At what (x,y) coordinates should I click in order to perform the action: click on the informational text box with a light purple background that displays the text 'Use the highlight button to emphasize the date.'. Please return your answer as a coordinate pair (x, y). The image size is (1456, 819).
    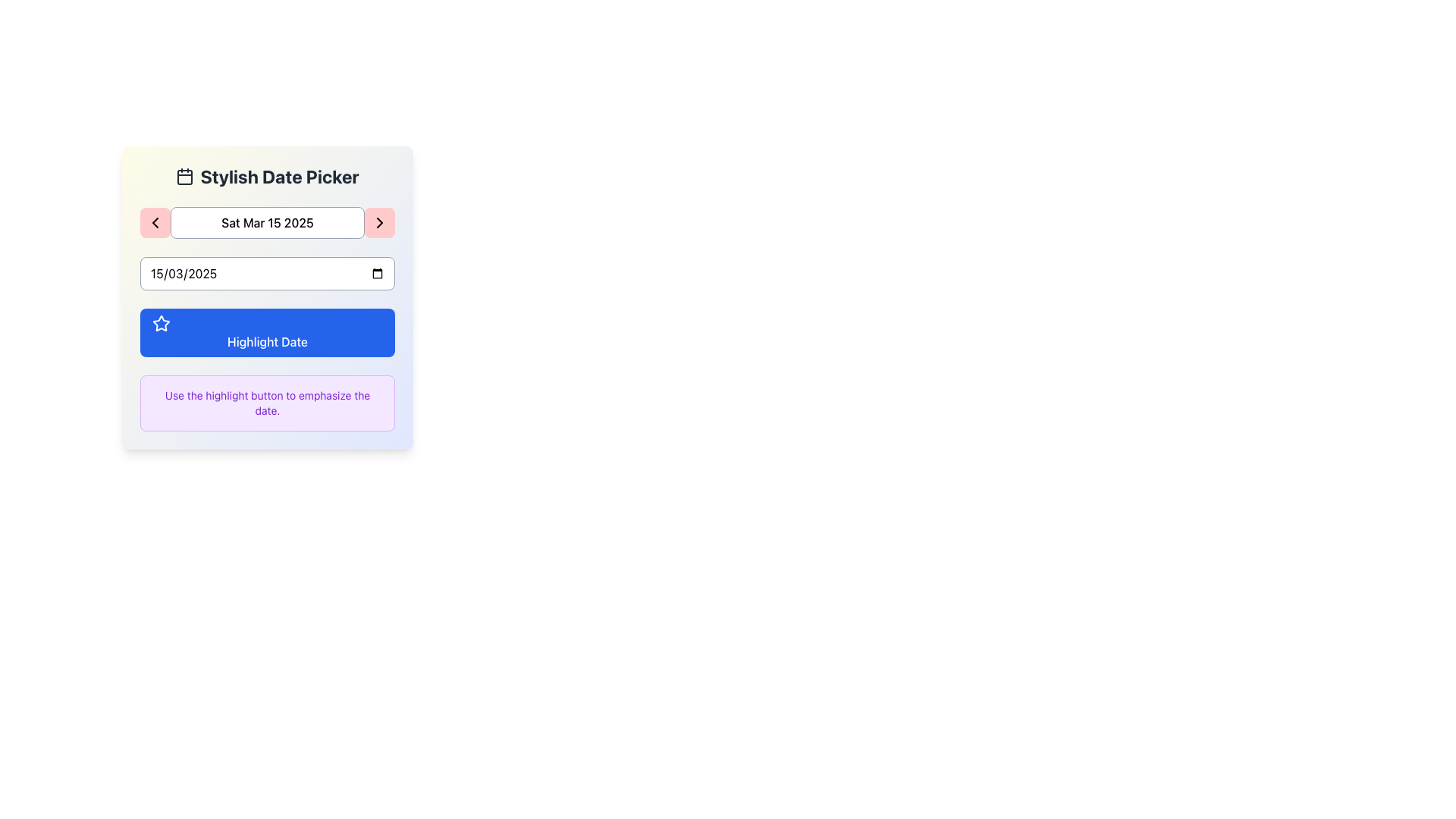
    Looking at the image, I should click on (268, 403).